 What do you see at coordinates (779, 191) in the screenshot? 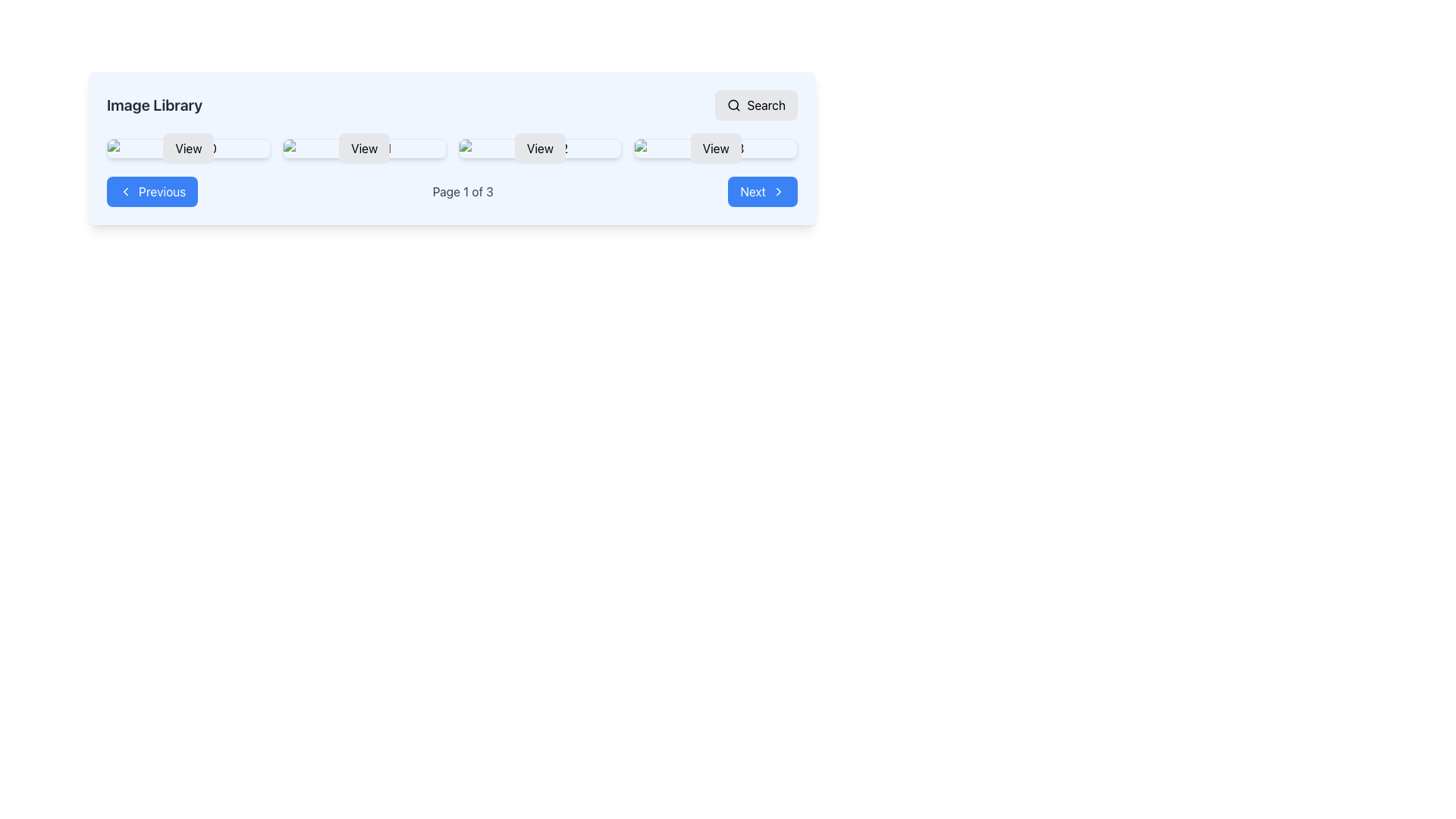
I see `the navigation arrow icon located in the bottom-right corner of the interface to move to the next step` at bounding box center [779, 191].